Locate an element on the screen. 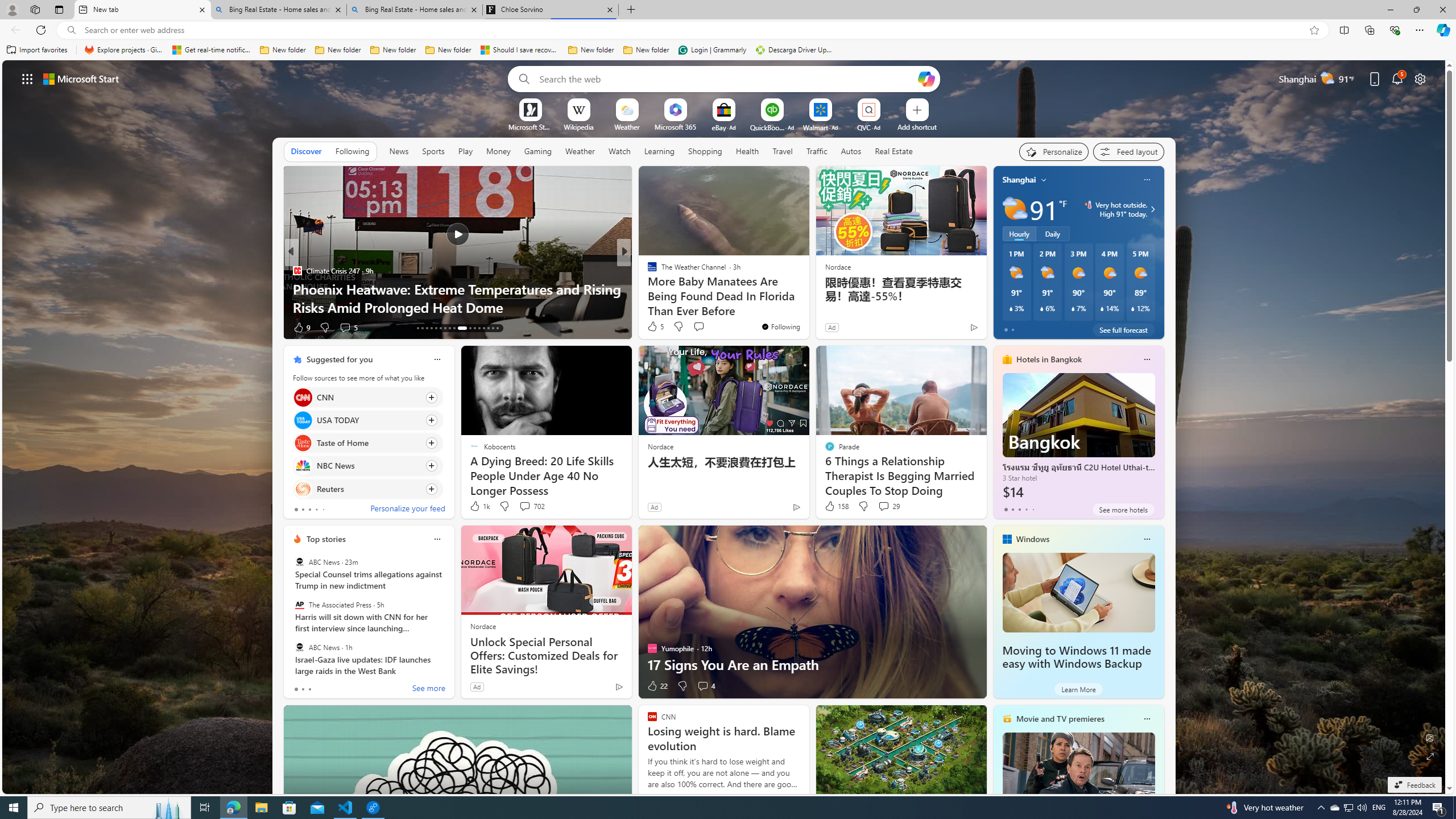 The height and width of the screenshot is (819, 1456). '151 Like' is located at coordinates (655, 327).